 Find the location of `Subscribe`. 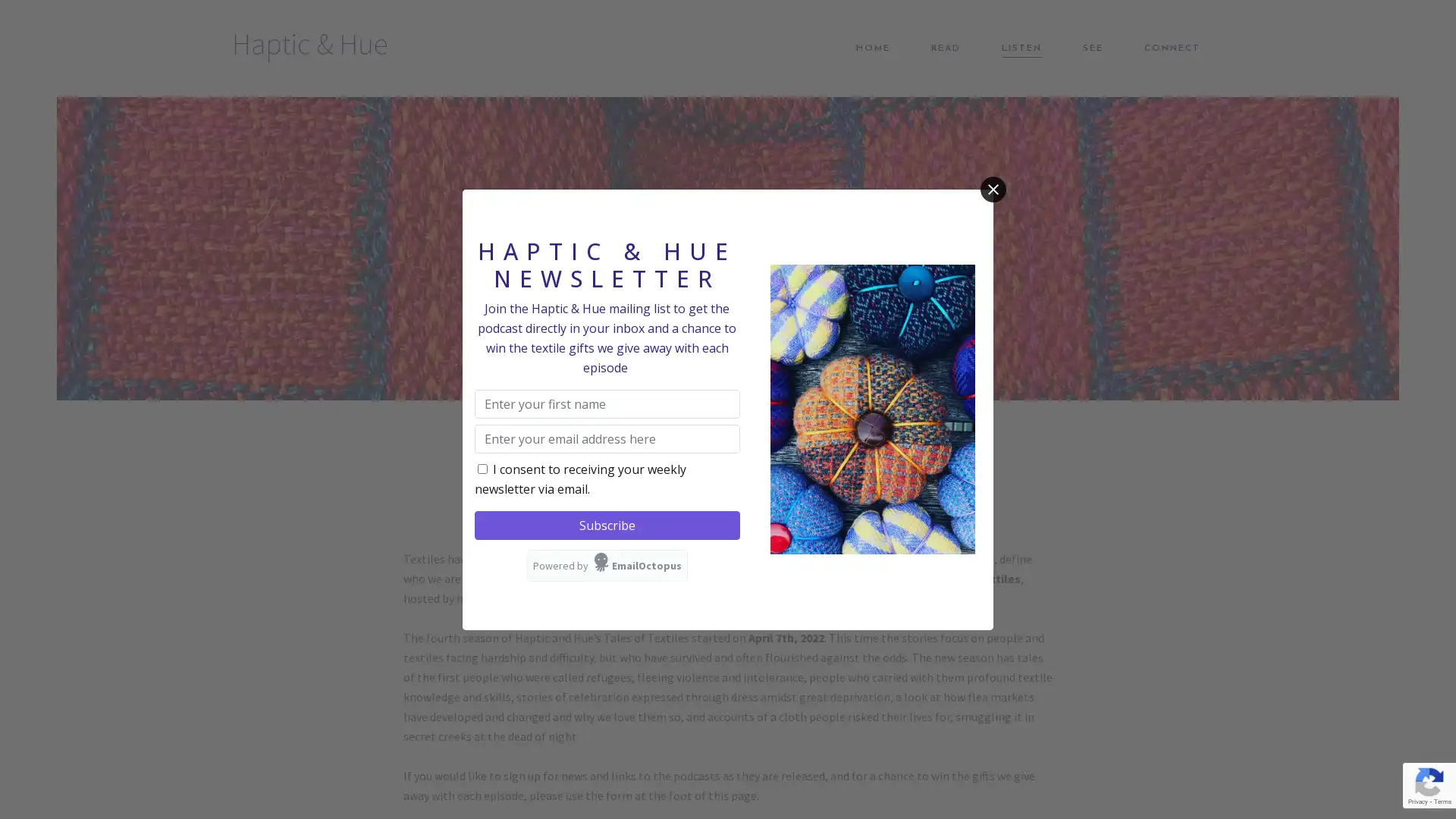

Subscribe is located at coordinates (607, 523).